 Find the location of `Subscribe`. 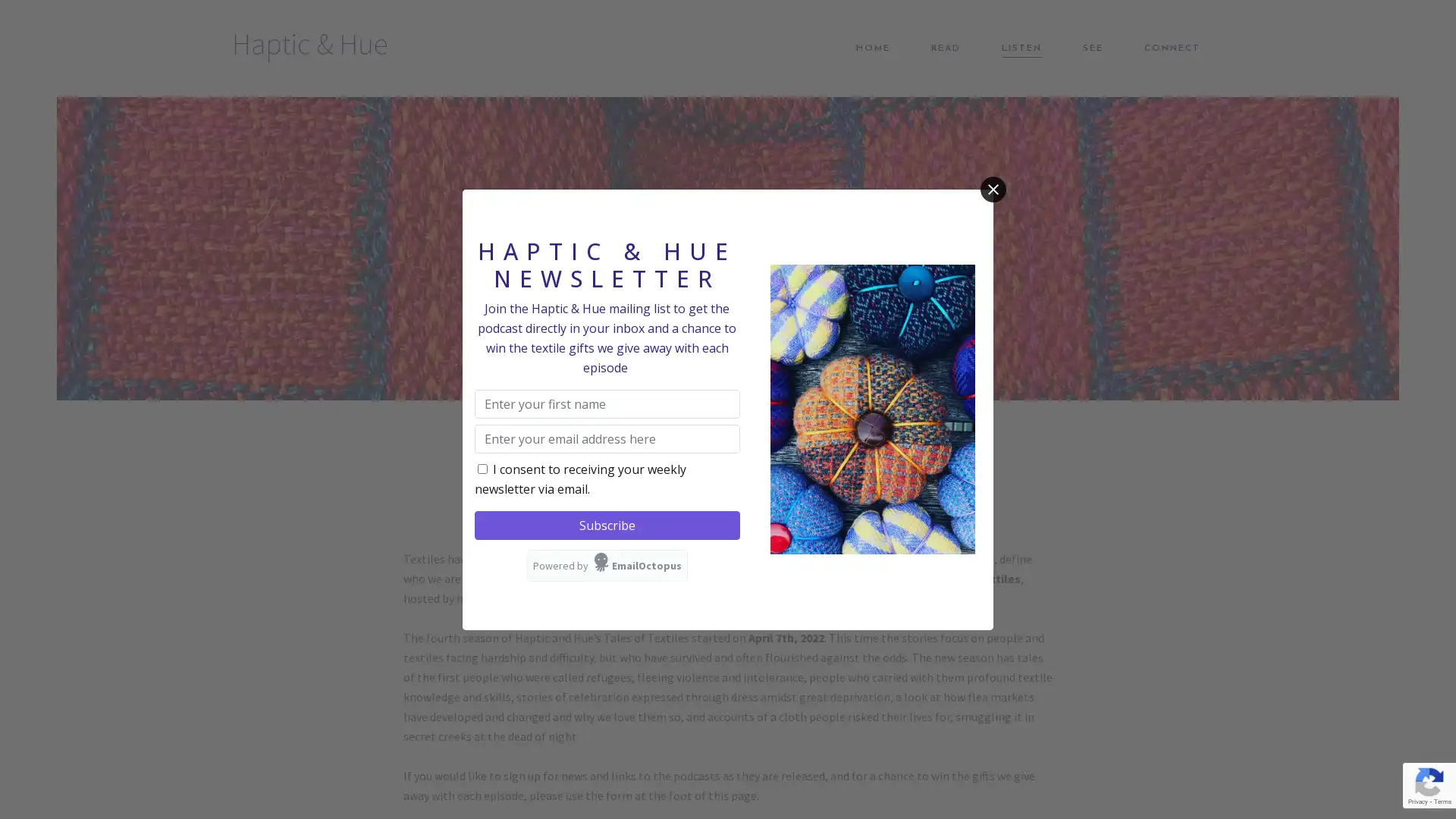

Subscribe is located at coordinates (607, 523).